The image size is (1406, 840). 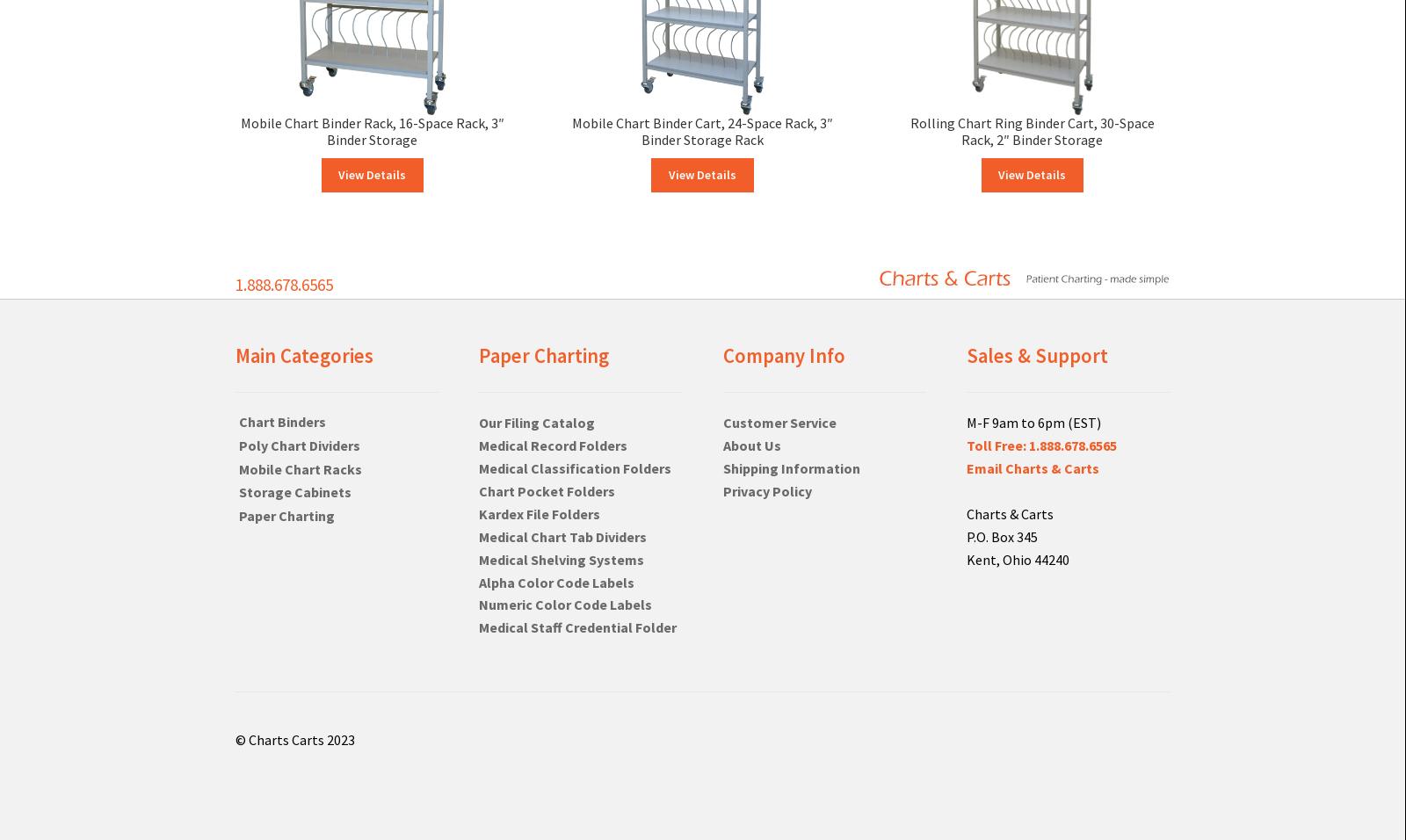 I want to click on 'Medical Shelving Systems', so click(x=562, y=559).